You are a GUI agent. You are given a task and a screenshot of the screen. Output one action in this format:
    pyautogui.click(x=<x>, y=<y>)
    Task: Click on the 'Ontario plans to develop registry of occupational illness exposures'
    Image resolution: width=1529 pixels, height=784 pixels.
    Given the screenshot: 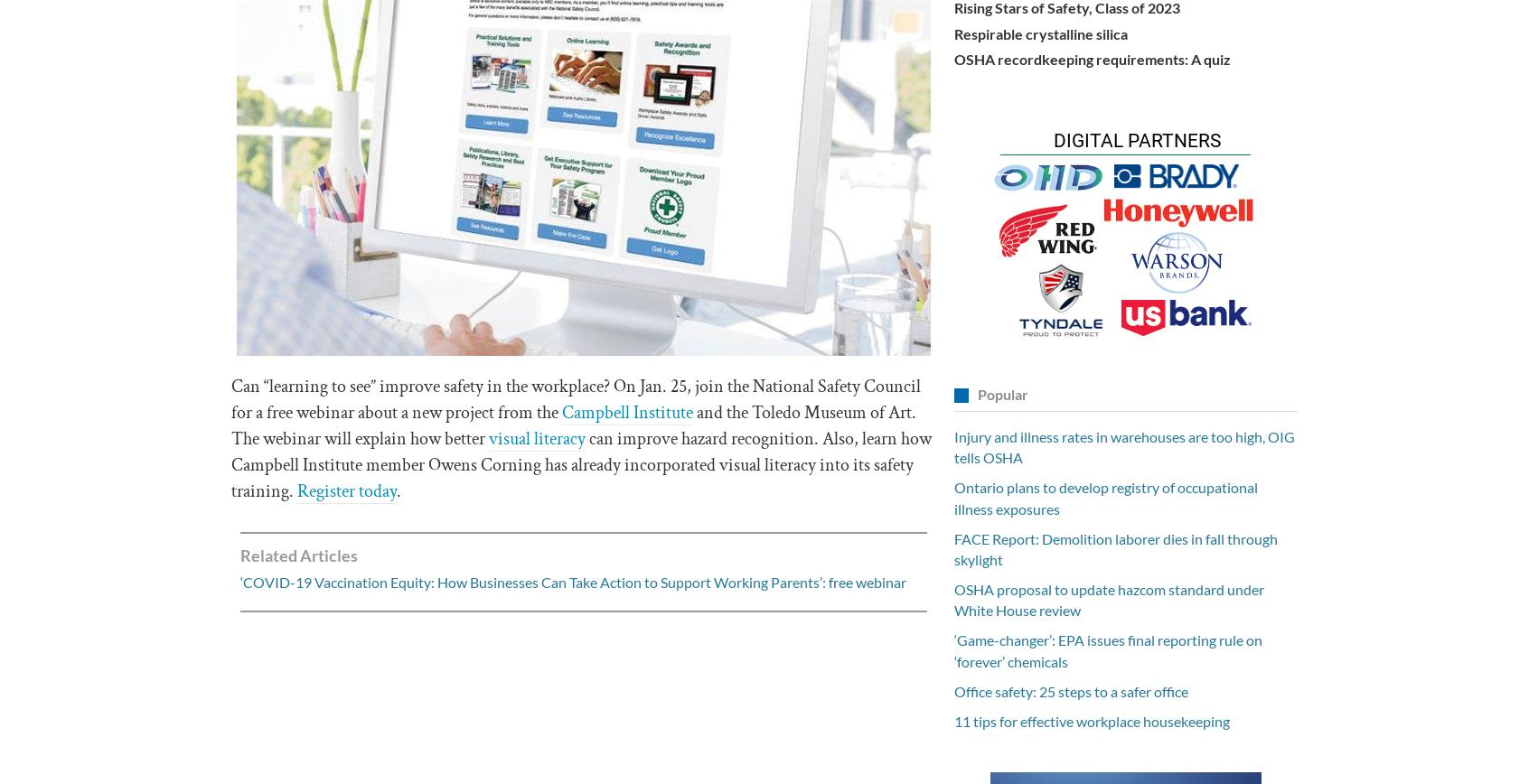 What is the action you would take?
    pyautogui.click(x=1105, y=498)
    